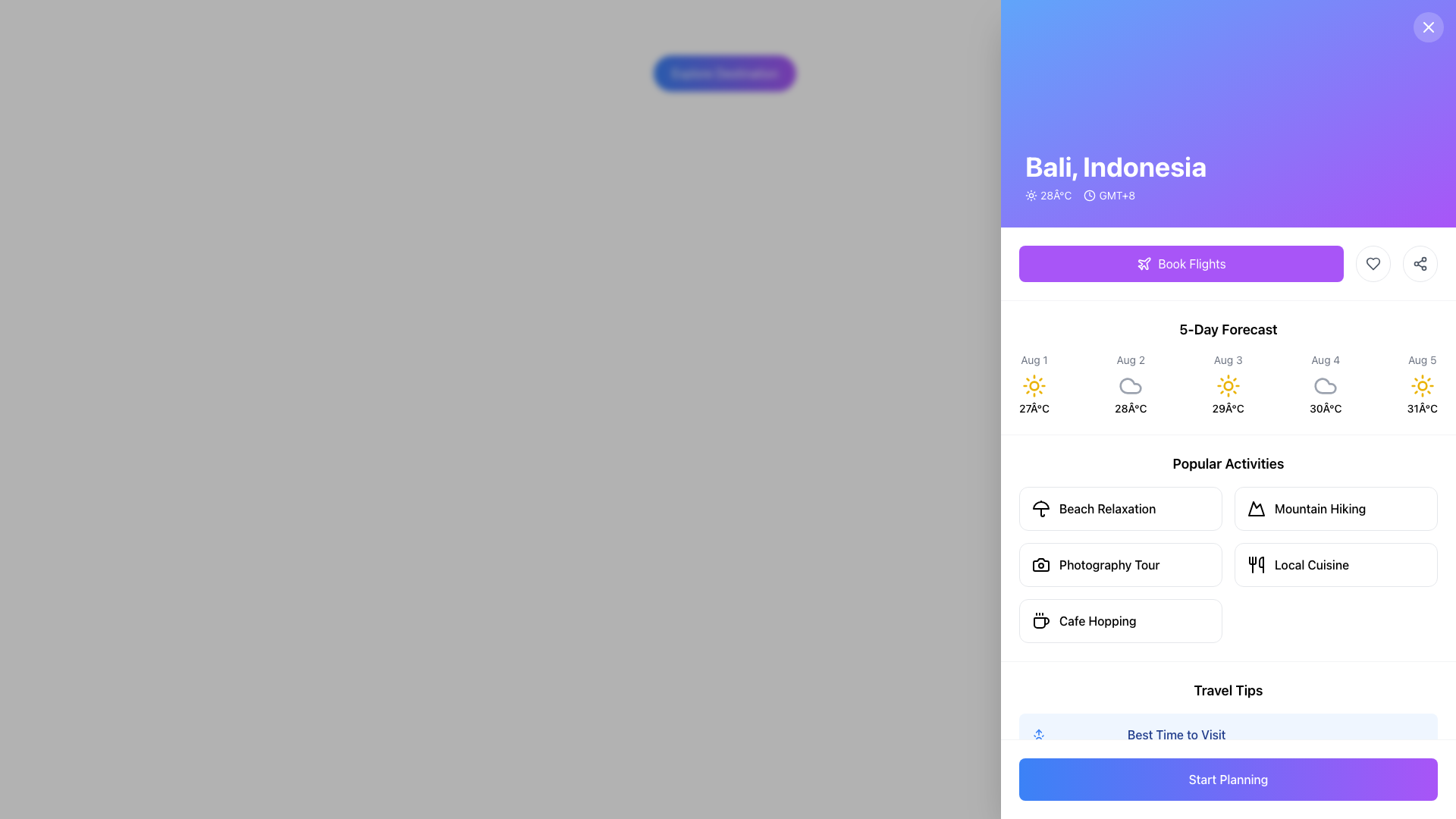 Image resolution: width=1456 pixels, height=819 pixels. I want to click on the airplane icon, so click(1144, 262).